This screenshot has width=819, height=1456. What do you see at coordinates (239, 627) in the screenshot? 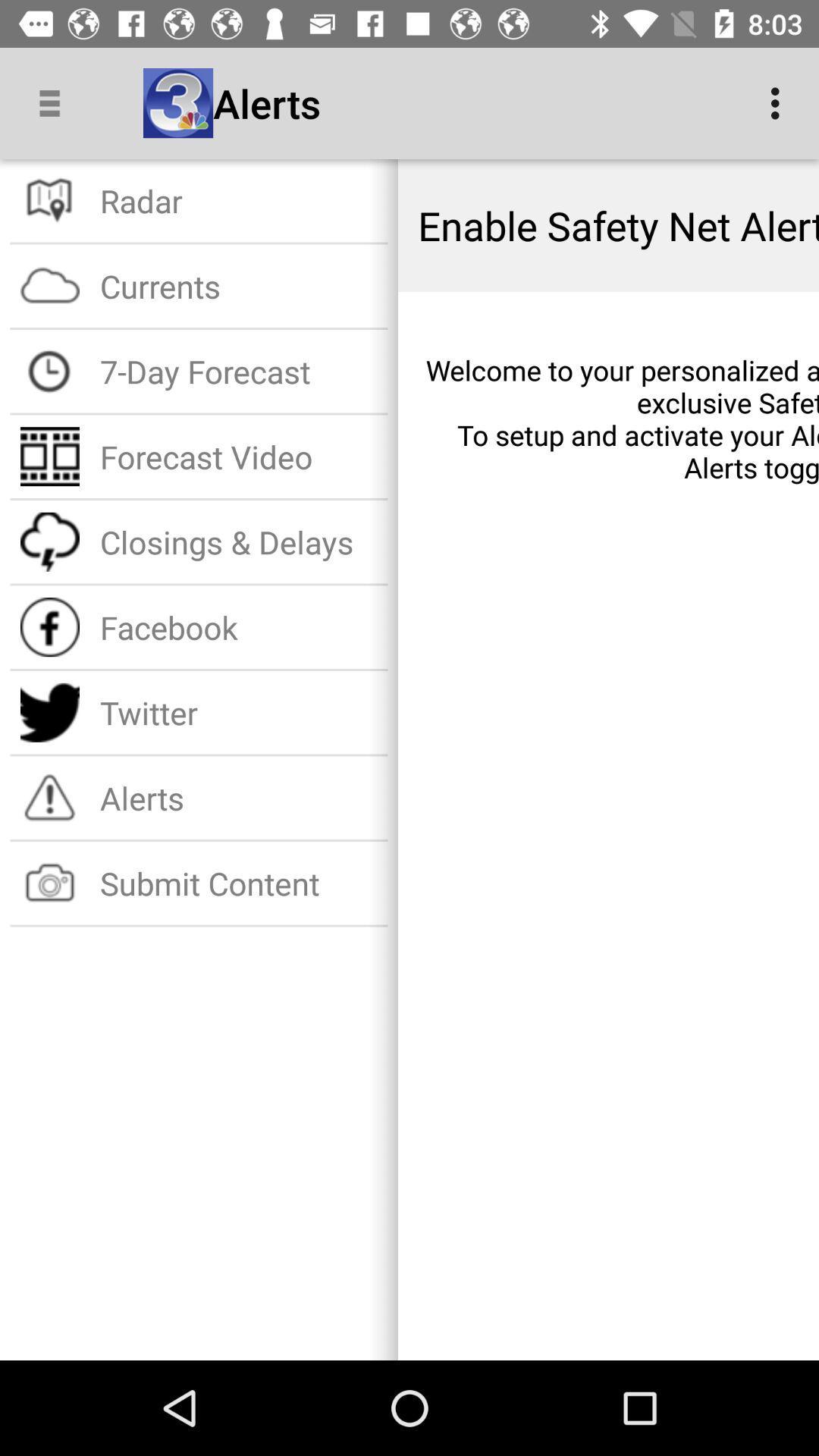
I see `facebook item` at bounding box center [239, 627].